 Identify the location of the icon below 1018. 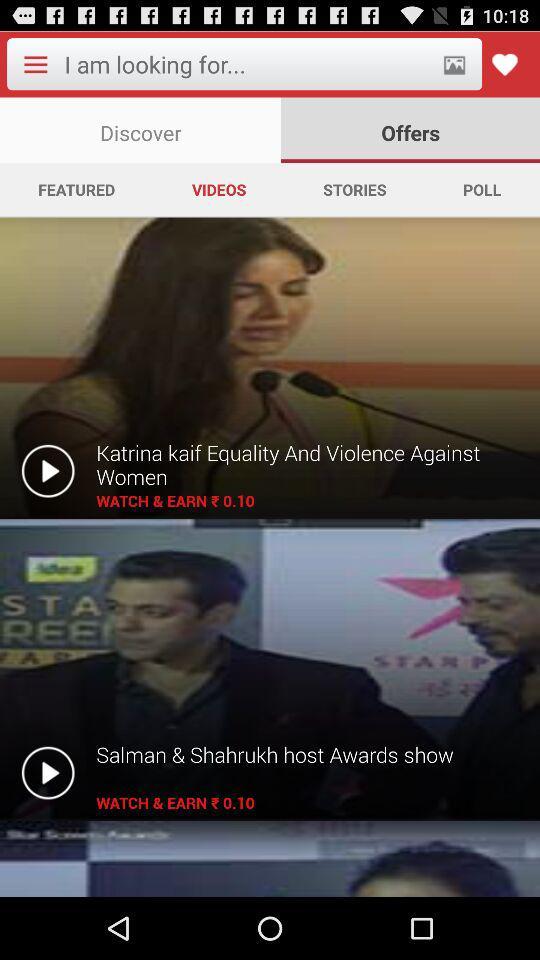
(504, 64).